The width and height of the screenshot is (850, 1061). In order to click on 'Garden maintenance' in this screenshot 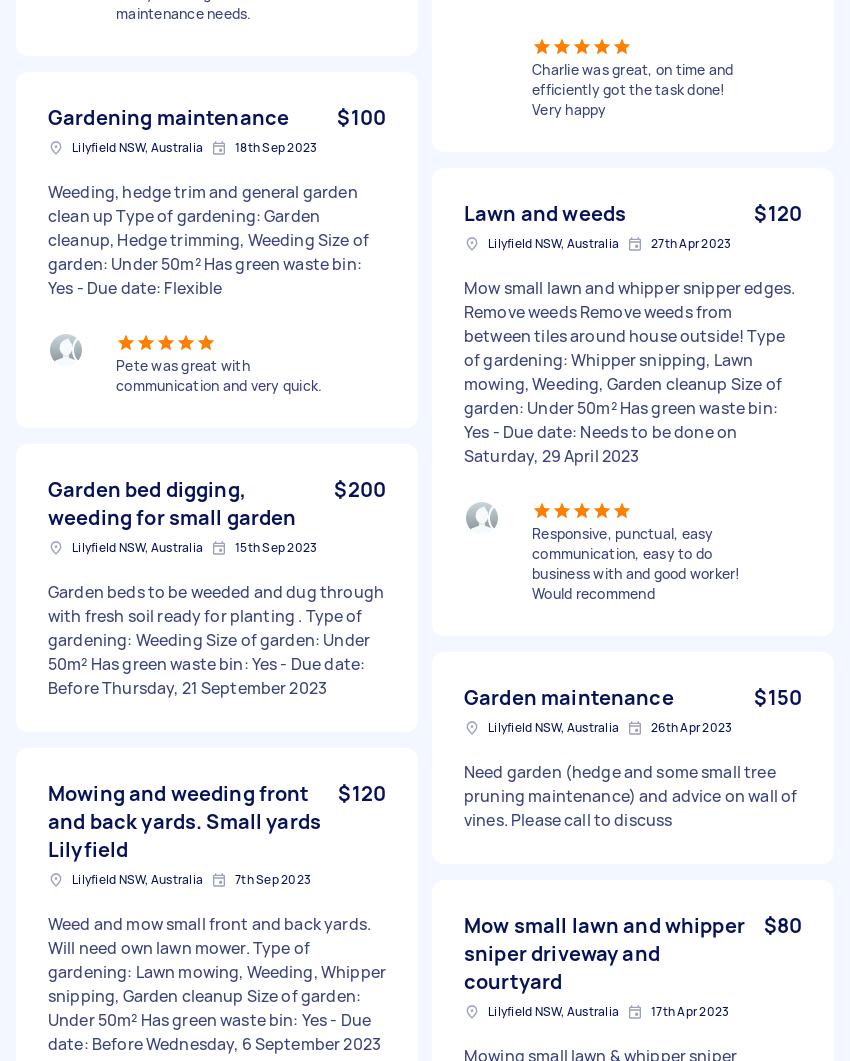, I will do `click(568, 696)`.